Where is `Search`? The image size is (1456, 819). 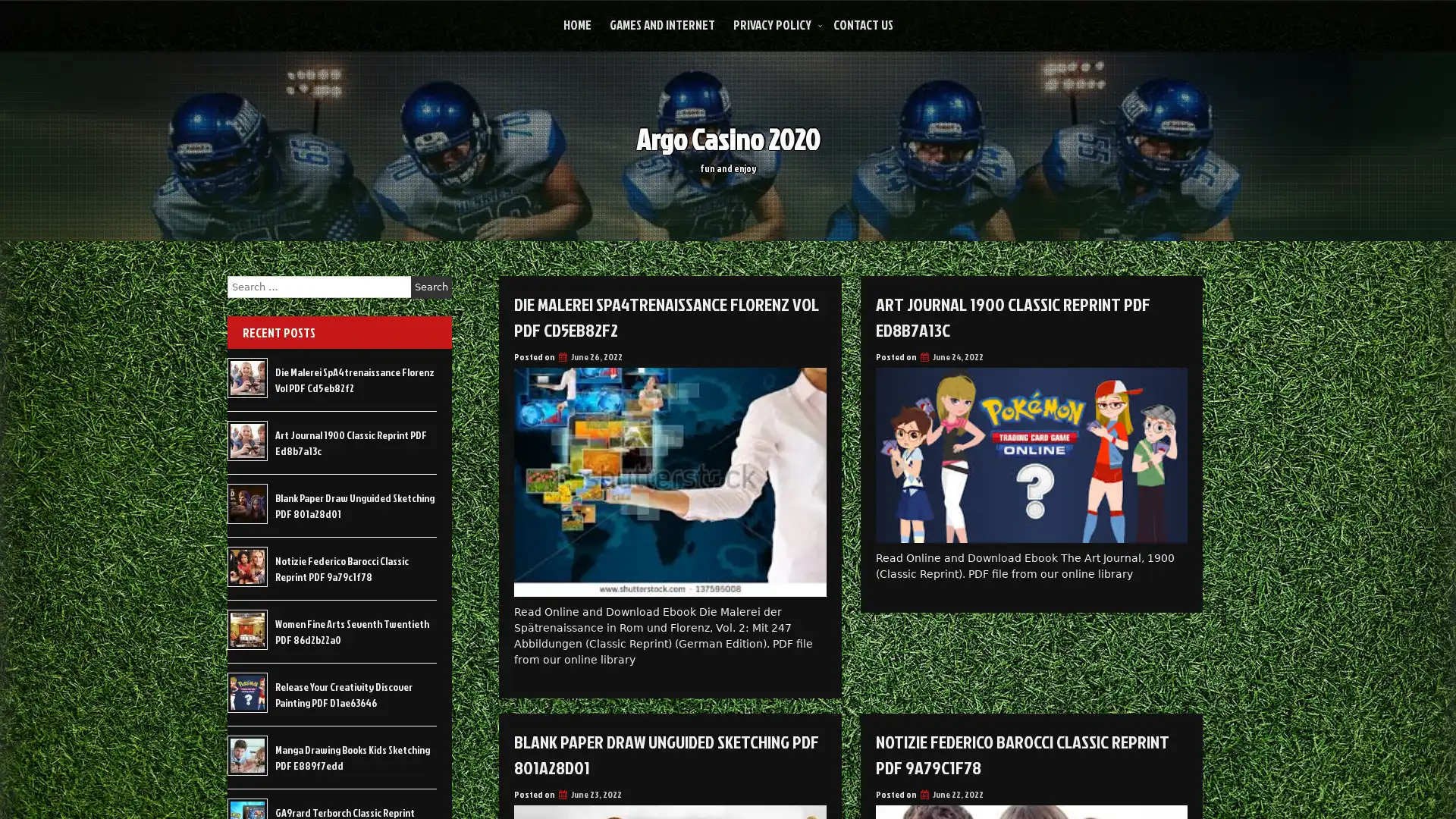
Search is located at coordinates (431, 287).